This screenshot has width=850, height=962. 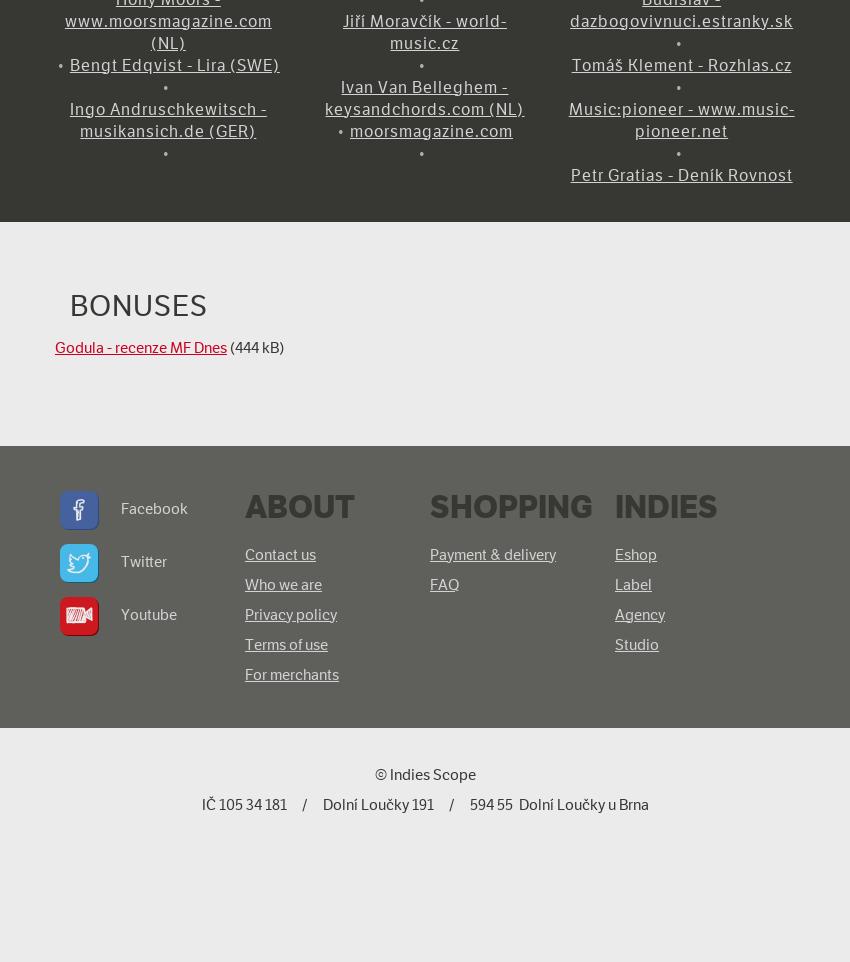 What do you see at coordinates (635, 643) in the screenshot?
I see `'Studio'` at bounding box center [635, 643].